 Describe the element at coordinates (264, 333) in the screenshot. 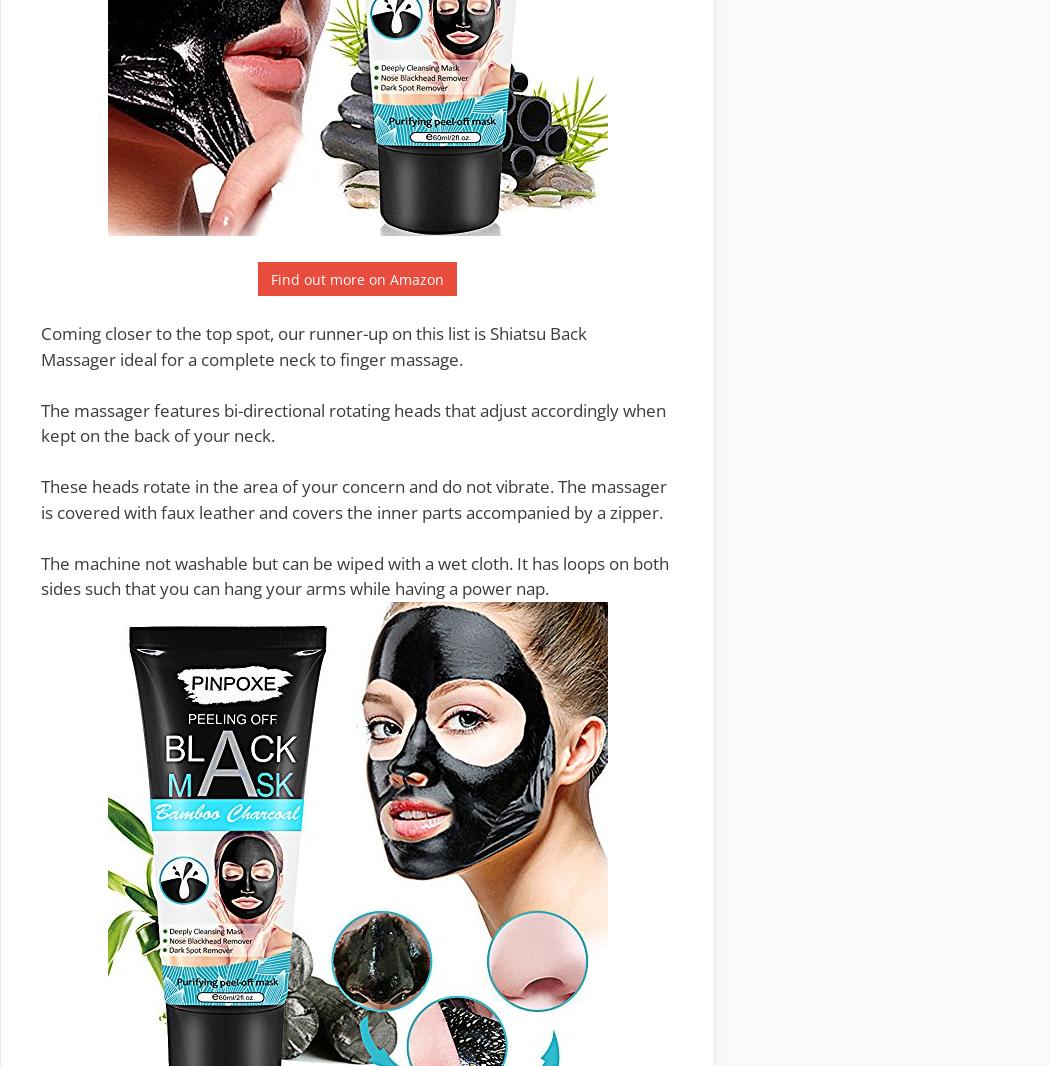

I see `'Coming closer to the top spot, our runner-up on this list is'` at that location.